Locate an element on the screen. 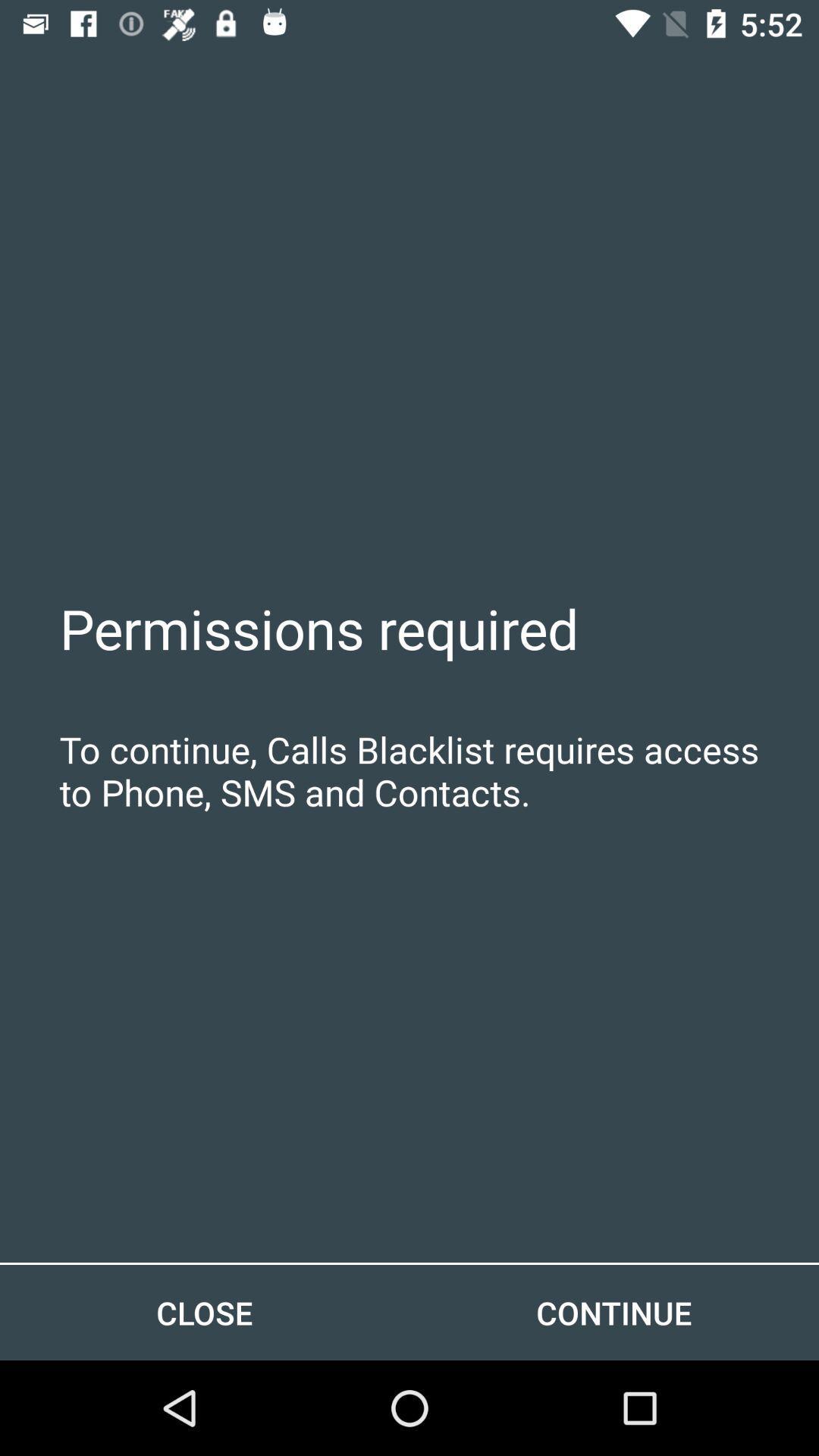 This screenshot has height=1456, width=819. the close icon is located at coordinates (205, 1312).